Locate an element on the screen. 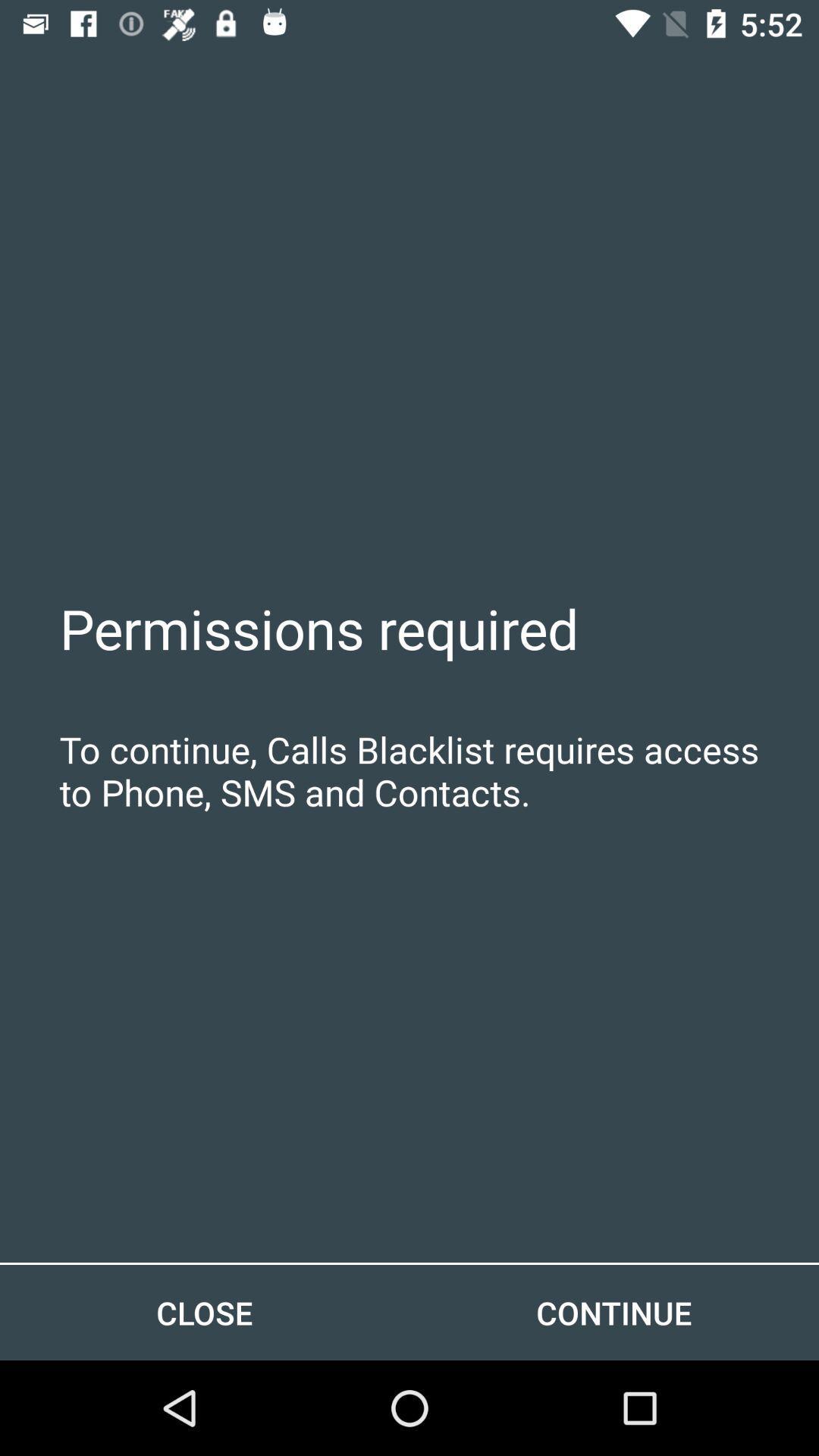 This screenshot has height=1456, width=819. the close icon is located at coordinates (205, 1312).